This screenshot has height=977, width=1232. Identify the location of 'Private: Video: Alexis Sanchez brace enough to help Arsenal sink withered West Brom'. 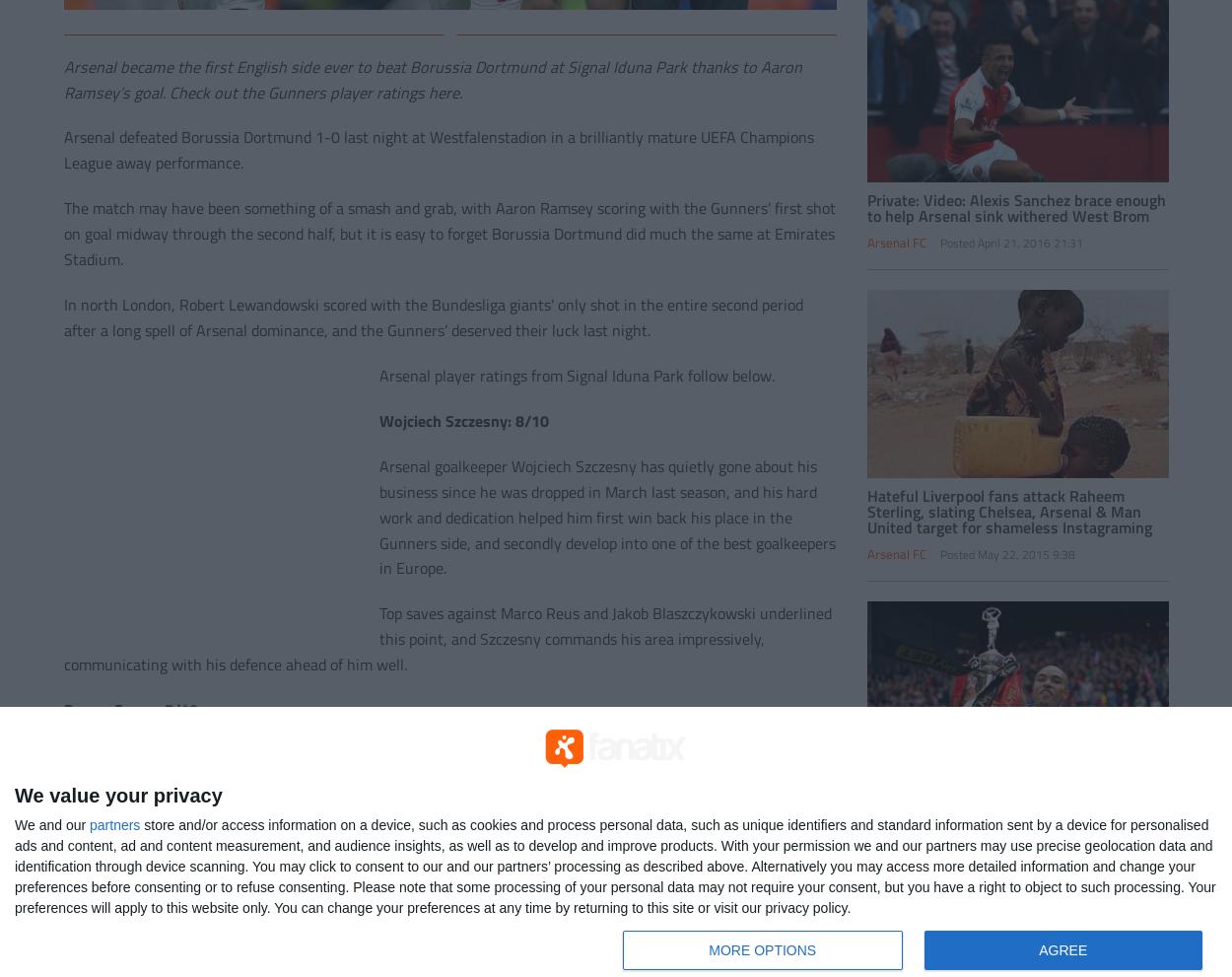
(866, 205).